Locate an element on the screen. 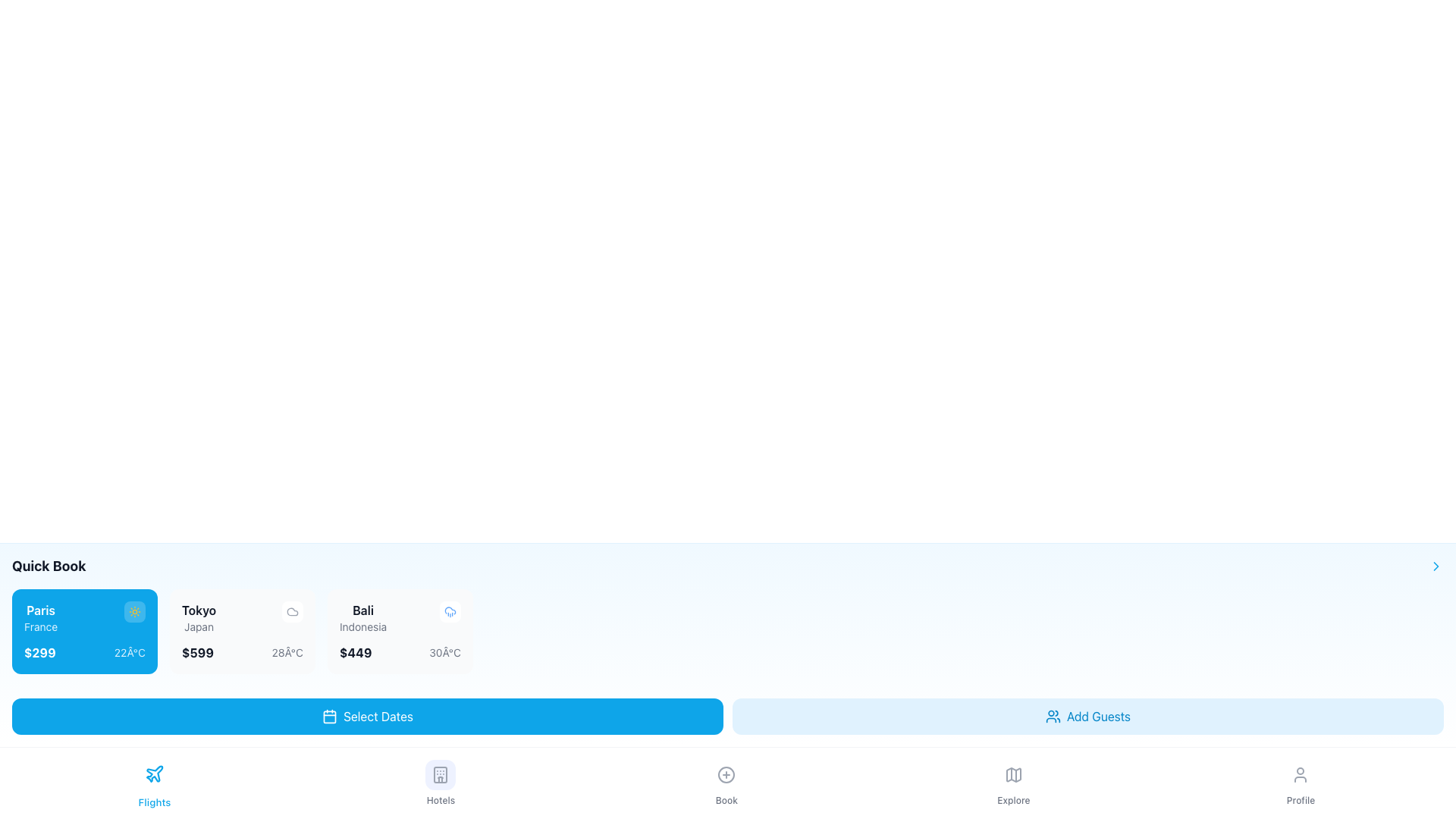 This screenshot has width=1456, height=819. the 'Add Guests' button, which contains a small blue icon of a group of people on its left side is located at coordinates (1051, 717).